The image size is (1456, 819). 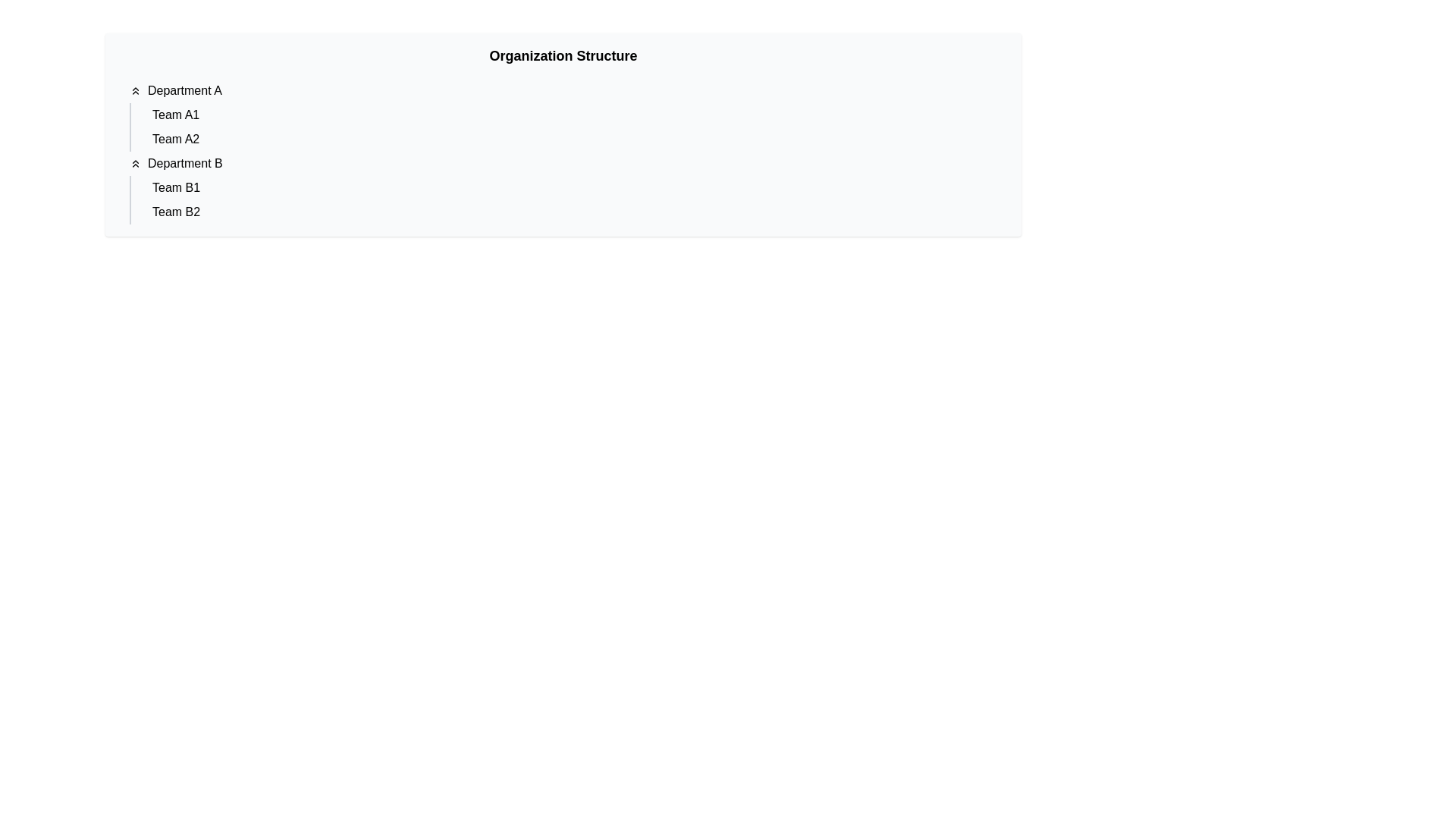 What do you see at coordinates (184, 90) in the screenshot?
I see `the Text Label that displays 'Department A' in bold black font, located under the 'Organization Structure' section, following the collapsible toggle icon` at bounding box center [184, 90].